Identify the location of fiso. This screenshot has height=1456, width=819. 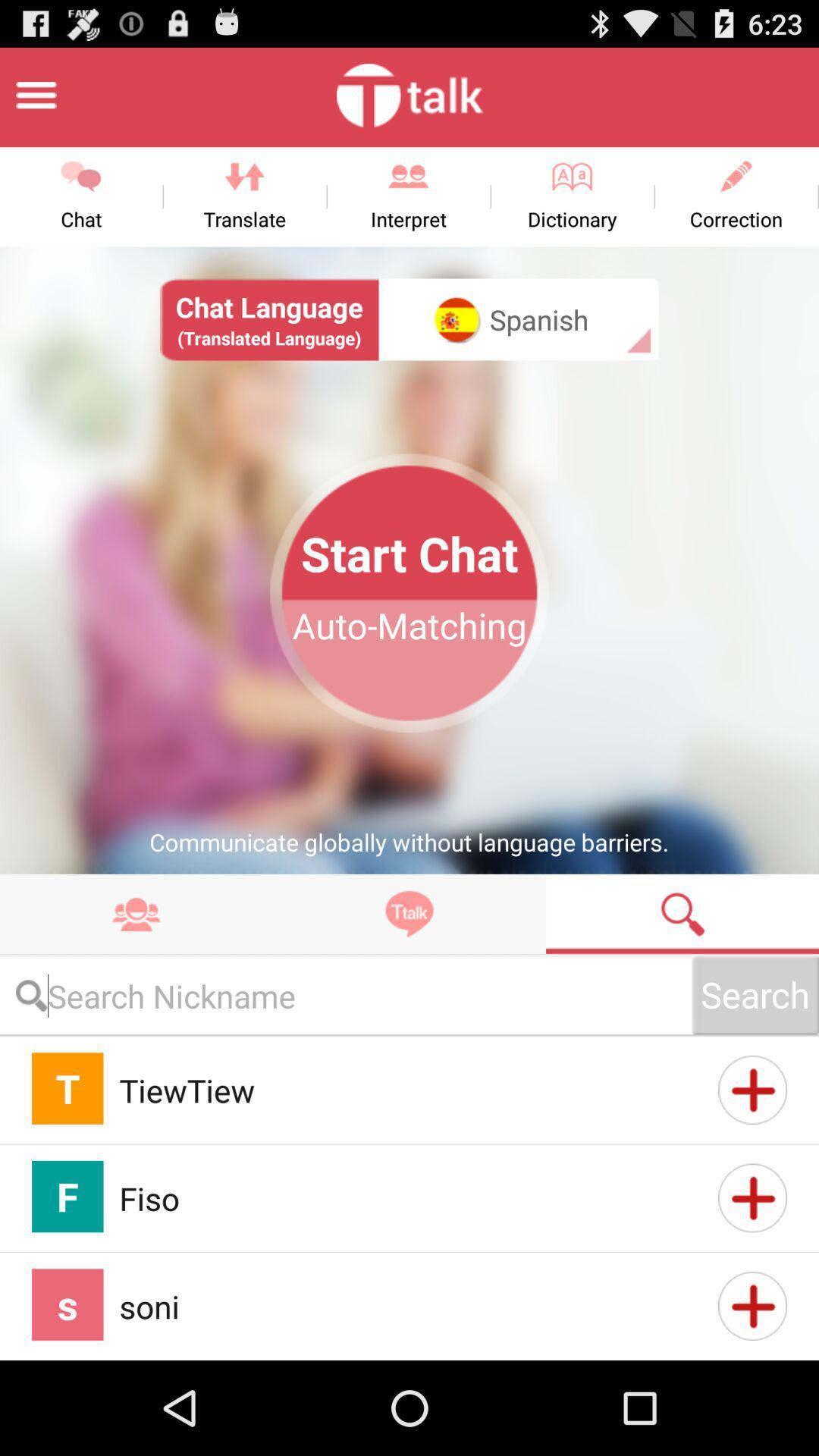
(752, 1197).